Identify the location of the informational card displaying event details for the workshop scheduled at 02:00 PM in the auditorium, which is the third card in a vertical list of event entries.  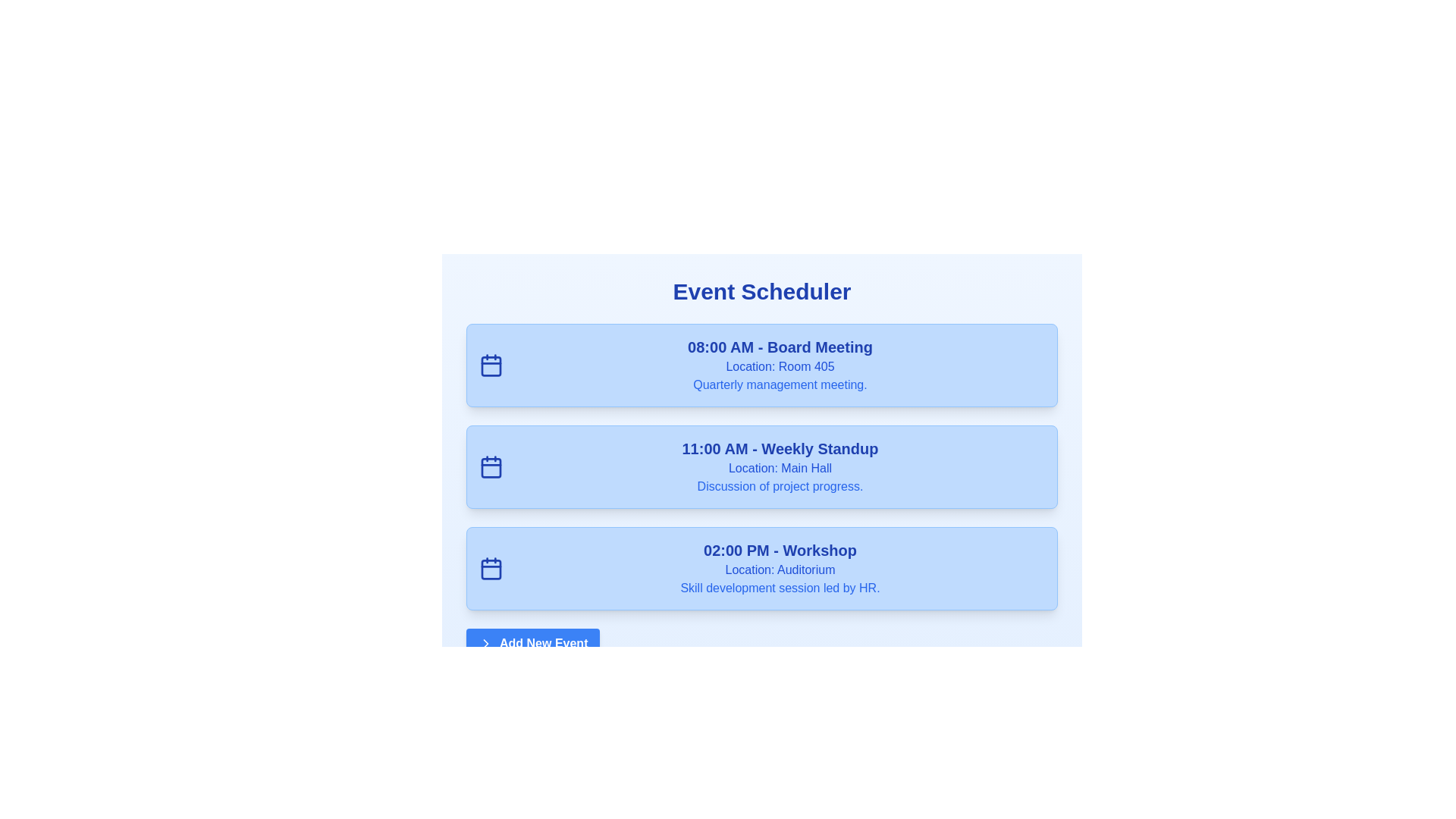
(761, 568).